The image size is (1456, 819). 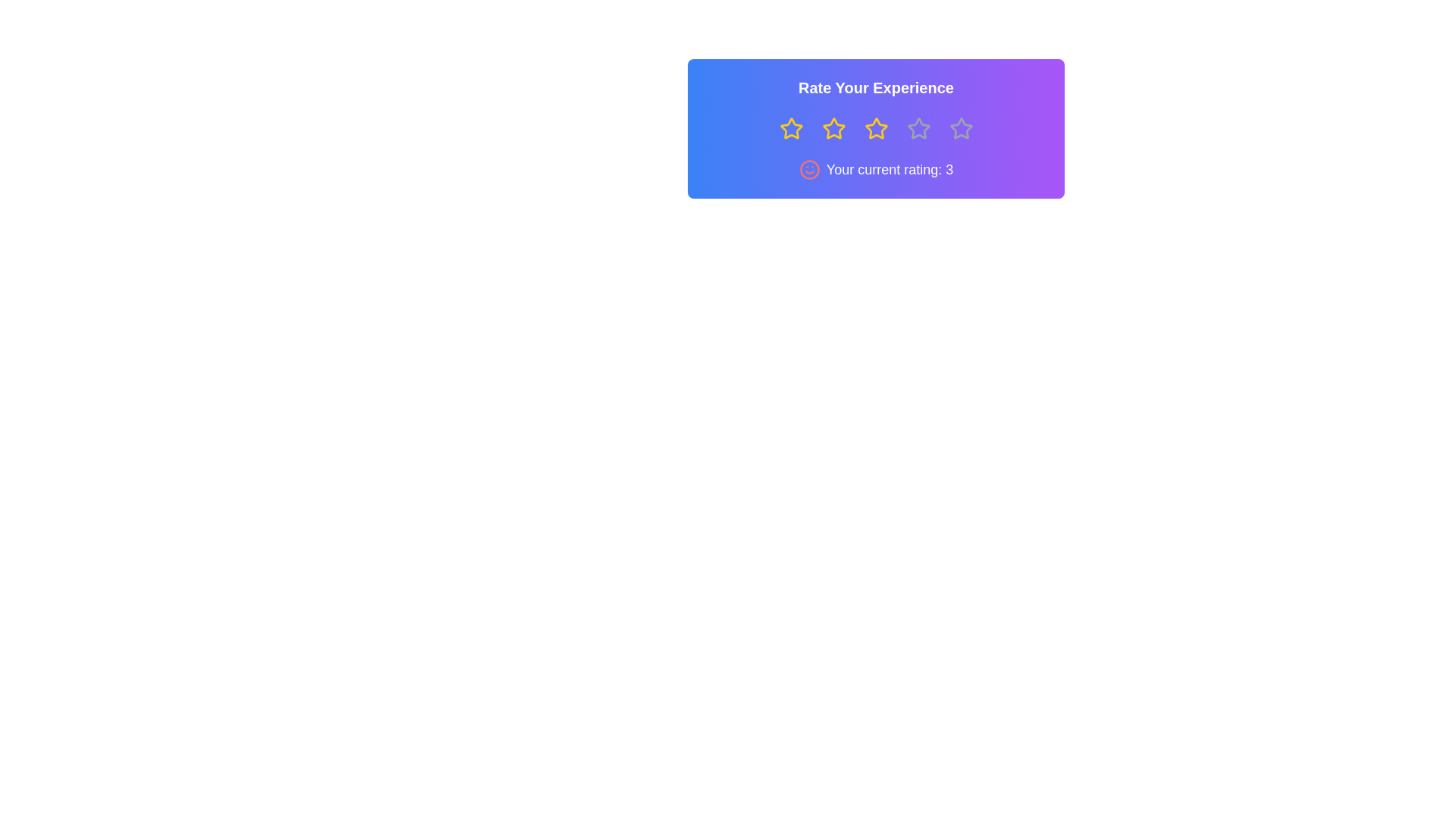 I want to click on the star representing 1 stars to preview the rating effect, so click(x=790, y=127).